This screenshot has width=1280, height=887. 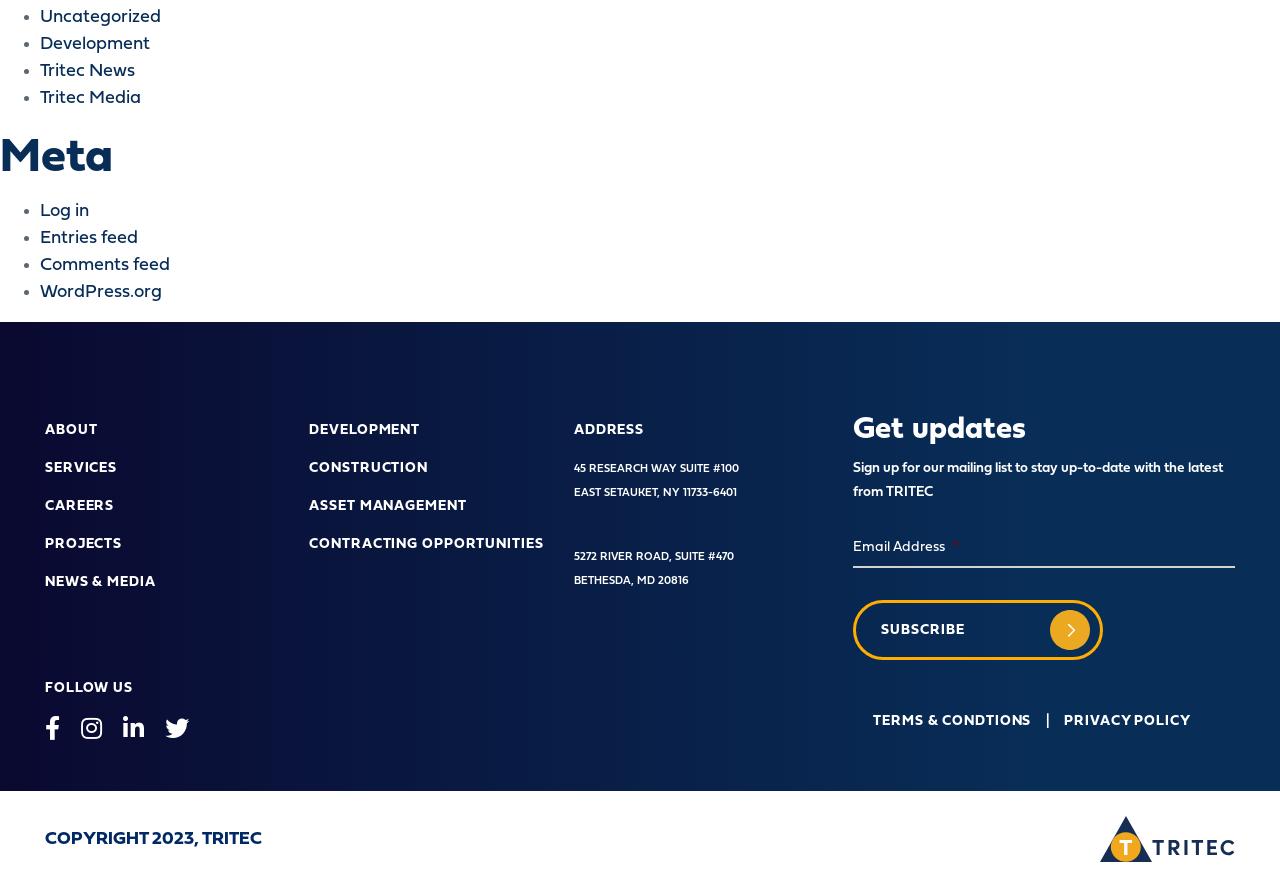 What do you see at coordinates (80, 466) in the screenshot?
I see `'Services'` at bounding box center [80, 466].